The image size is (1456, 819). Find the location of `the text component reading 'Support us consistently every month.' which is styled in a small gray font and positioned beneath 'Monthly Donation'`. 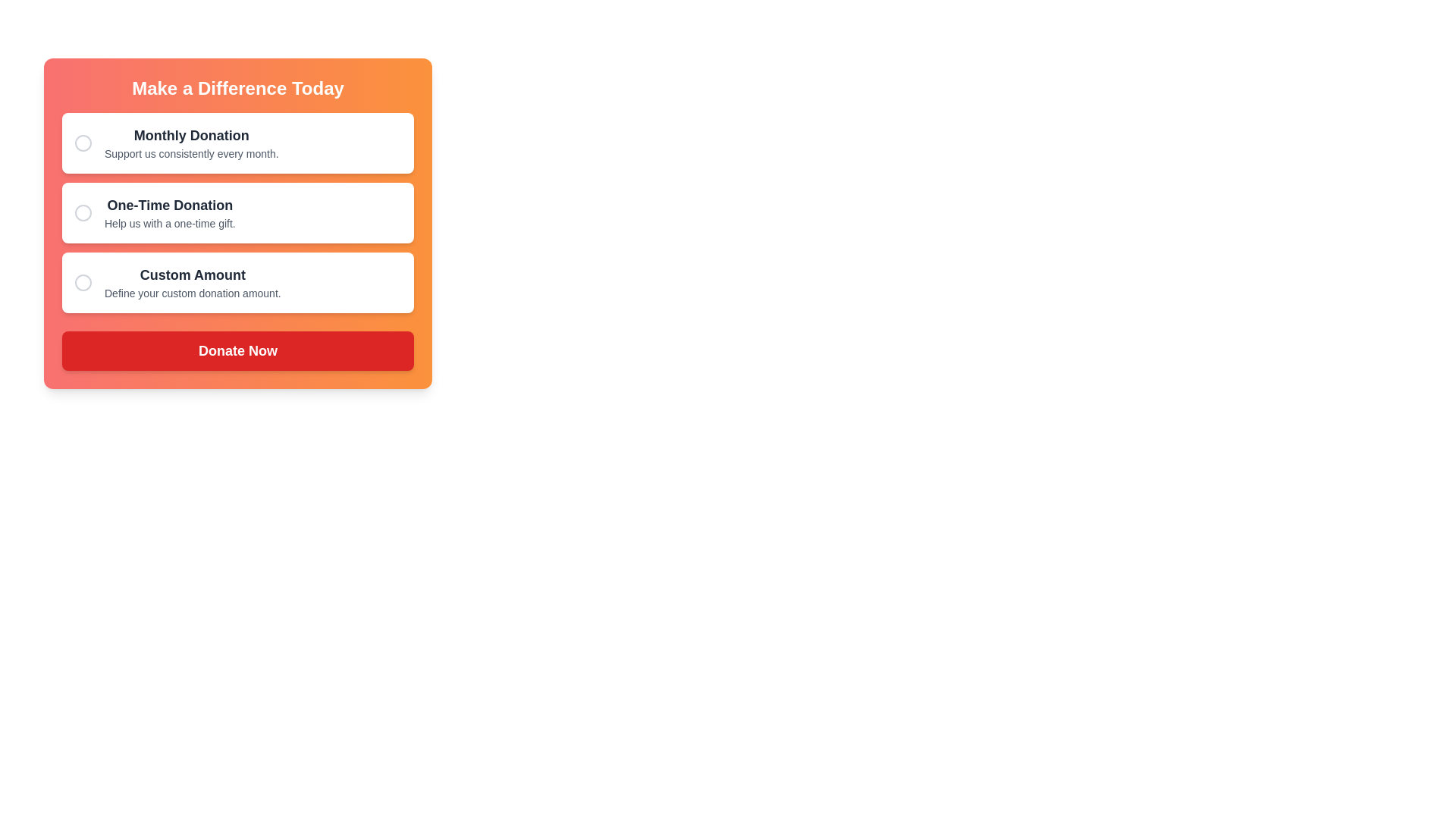

the text component reading 'Support us consistently every month.' which is styled in a small gray font and positioned beneath 'Monthly Donation' is located at coordinates (190, 154).